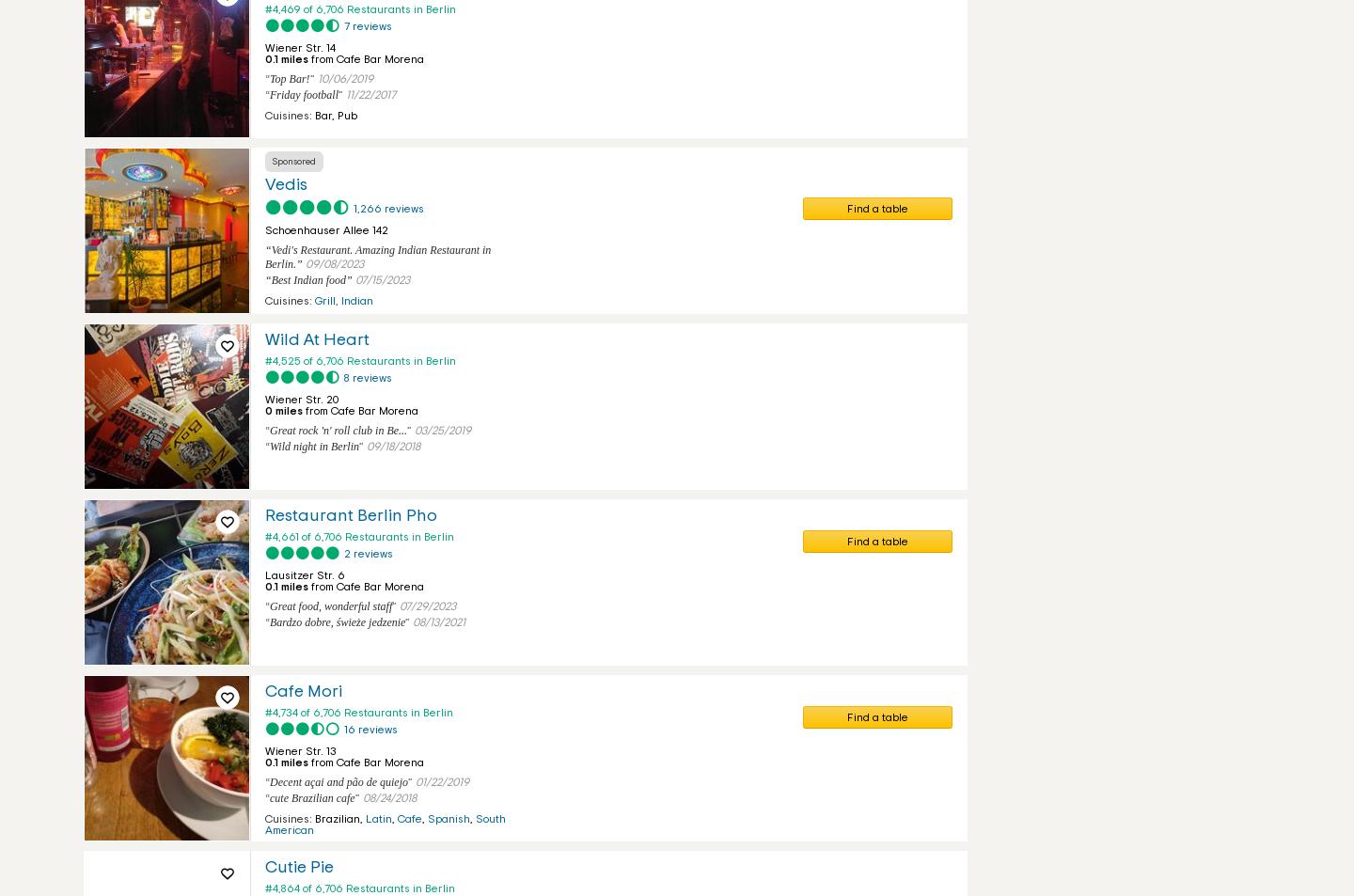  What do you see at coordinates (303, 692) in the screenshot?
I see `'Cafe Mori'` at bounding box center [303, 692].